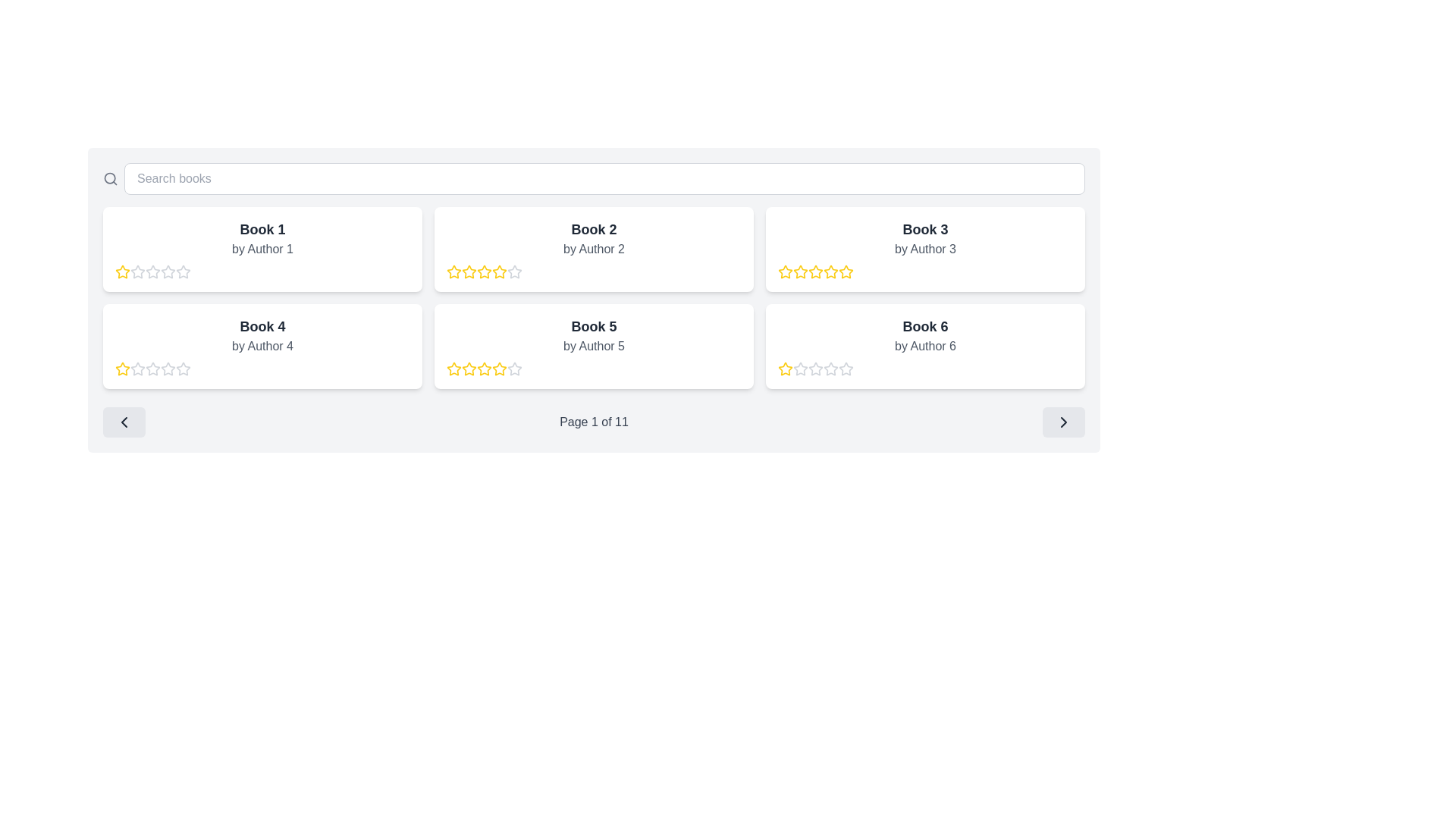 Image resolution: width=1456 pixels, height=819 pixels. What do you see at coordinates (814, 369) in the screenshot?
I see `the unfilled star icon, which is the second star in the rating system for 'Book 6' by 'Author 6', located in the bottom right card of the page` at bounding box center [814, 369].